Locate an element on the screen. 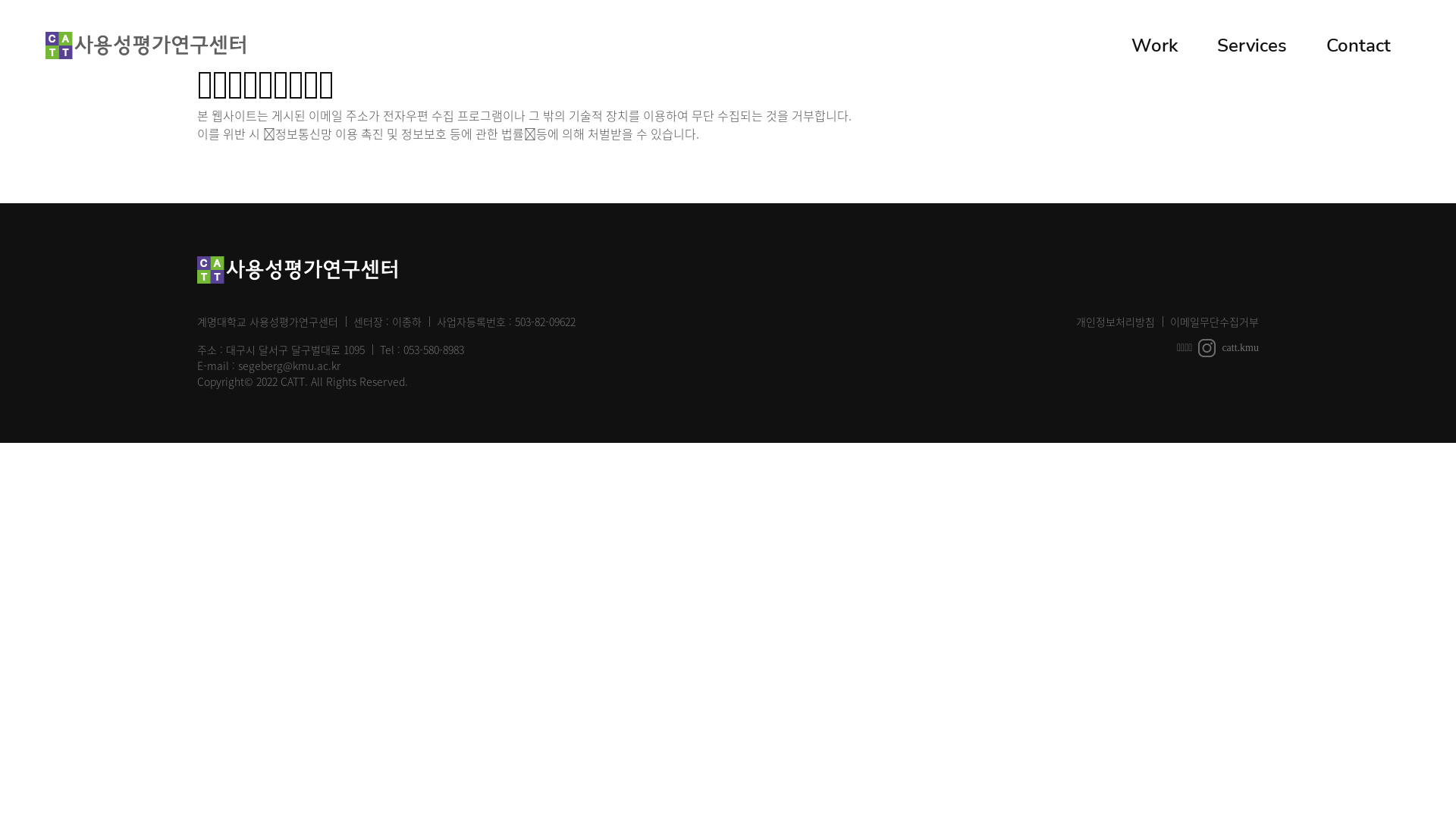 This screenshot has height=819, width=1456. 'Services' is located at coordinates (1197, 45).